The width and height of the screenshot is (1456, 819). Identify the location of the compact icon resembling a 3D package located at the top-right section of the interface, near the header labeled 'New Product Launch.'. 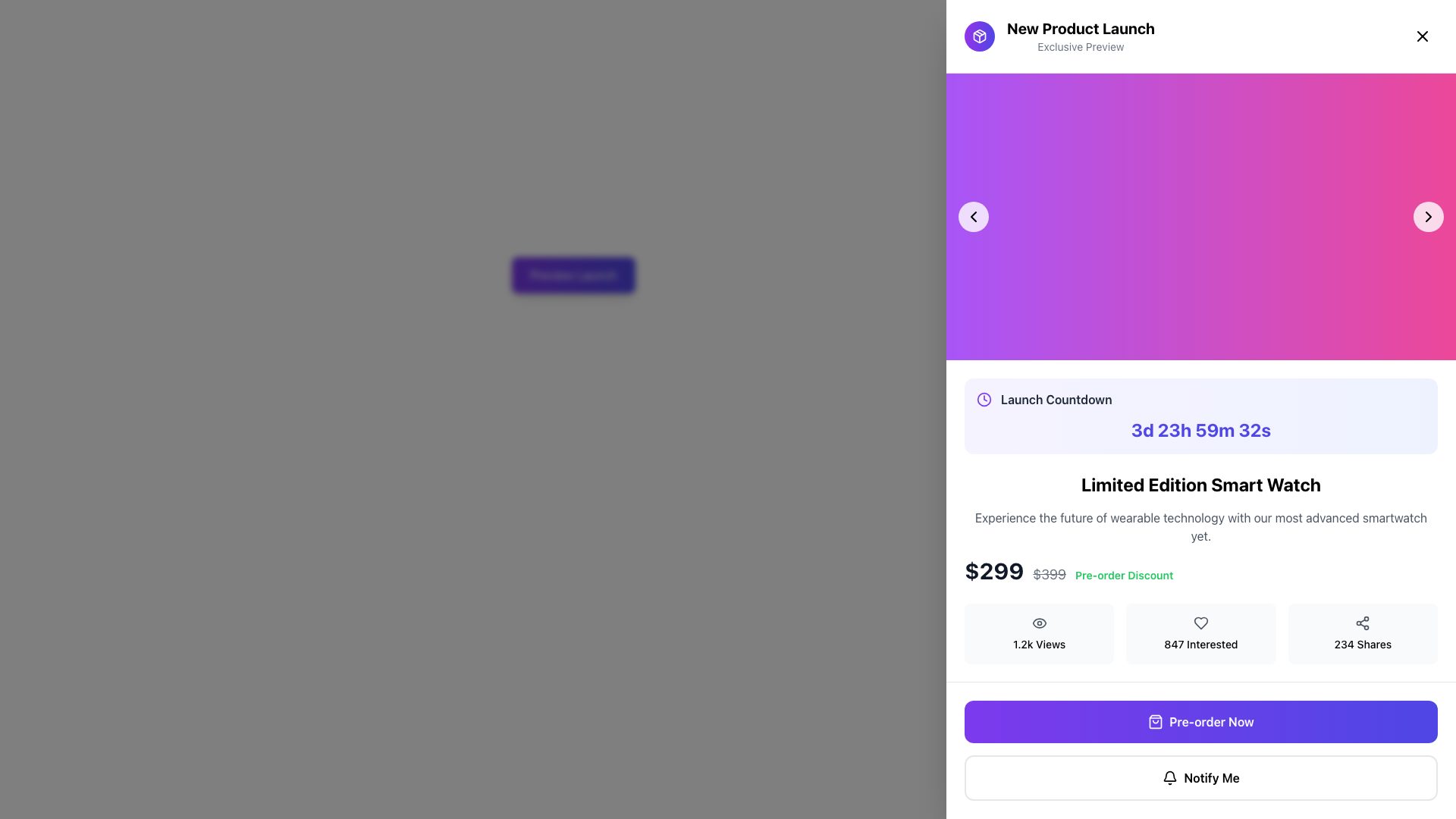
(979, 35).